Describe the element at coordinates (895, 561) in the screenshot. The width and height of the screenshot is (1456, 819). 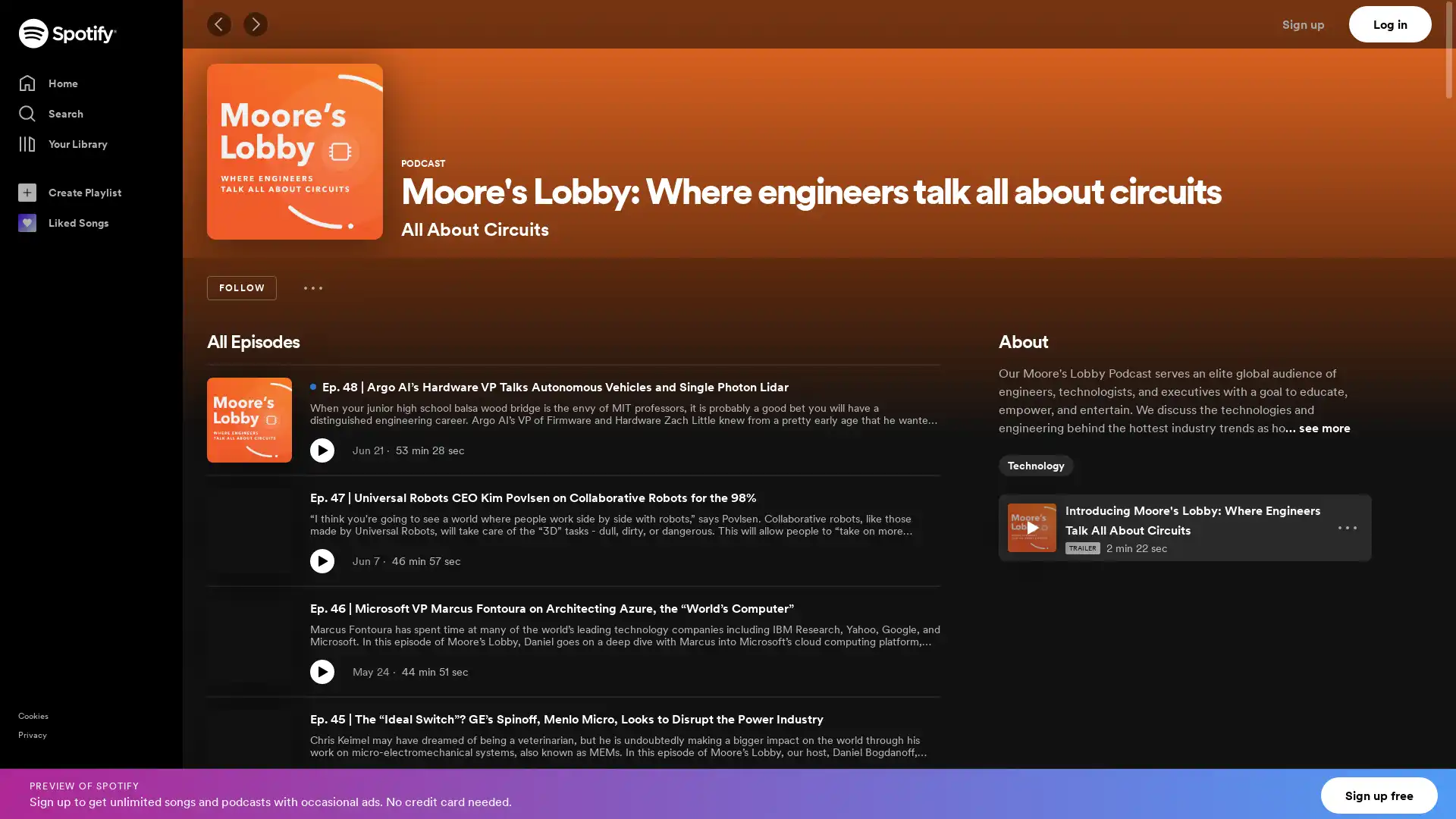
I see `Share` at that location.